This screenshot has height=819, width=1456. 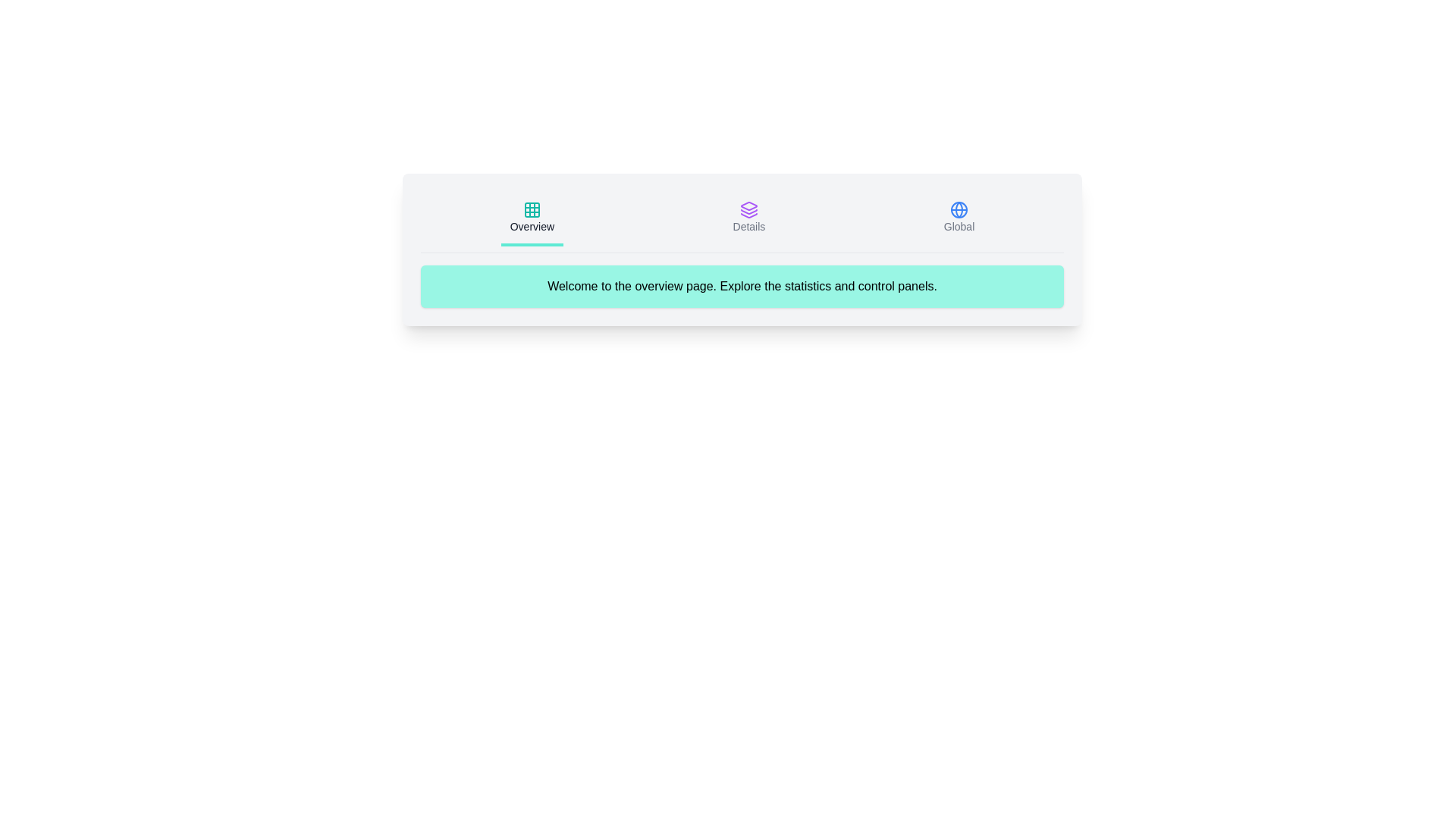 I want to click on the tab labeled Details to switch to the corresponding tab, so click(x=748, y=219).